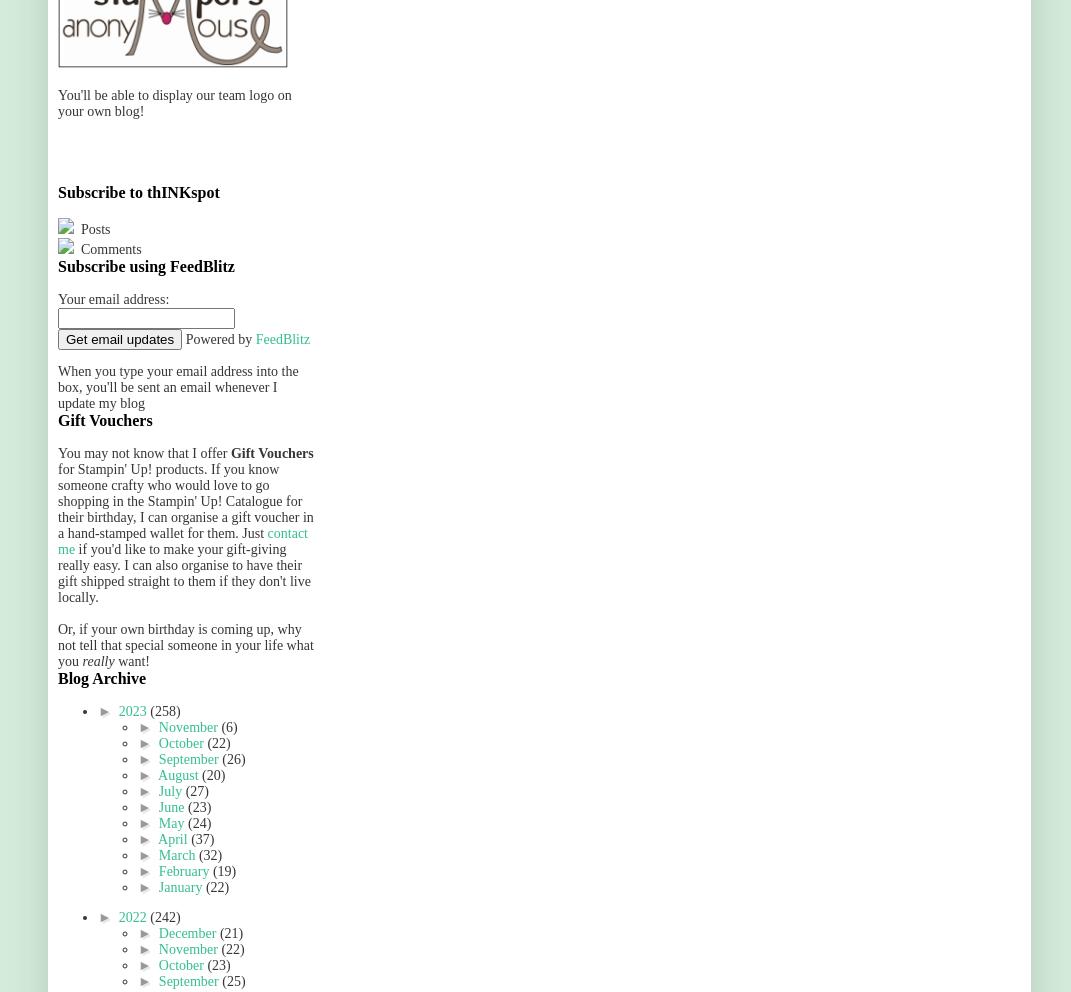  I want to click on 'really', so click(97, 661).